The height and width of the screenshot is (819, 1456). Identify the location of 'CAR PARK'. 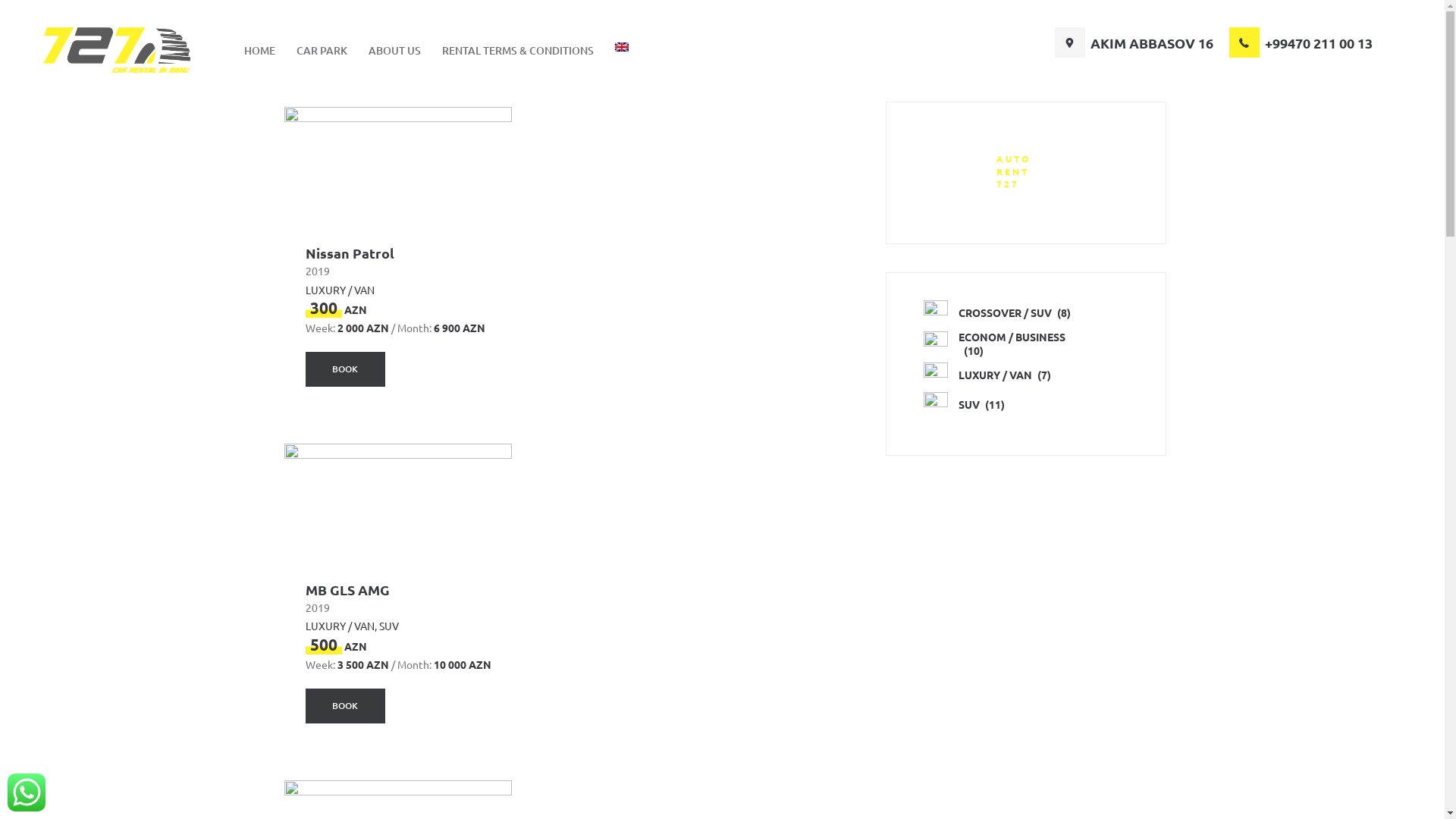
(321, 49).